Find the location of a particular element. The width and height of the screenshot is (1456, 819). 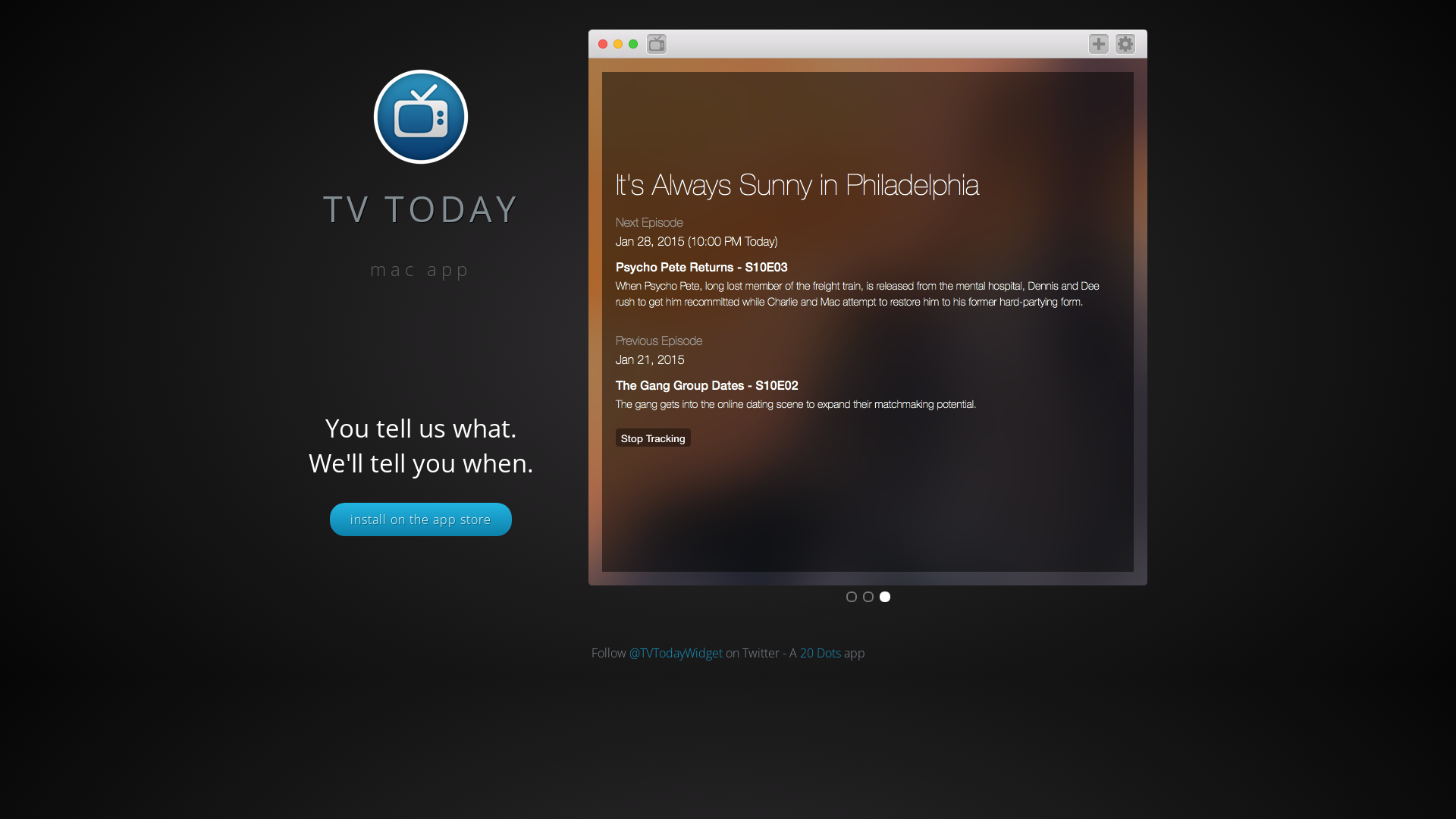

'@TVTodayWidget' is located at coordinates (675, 651).